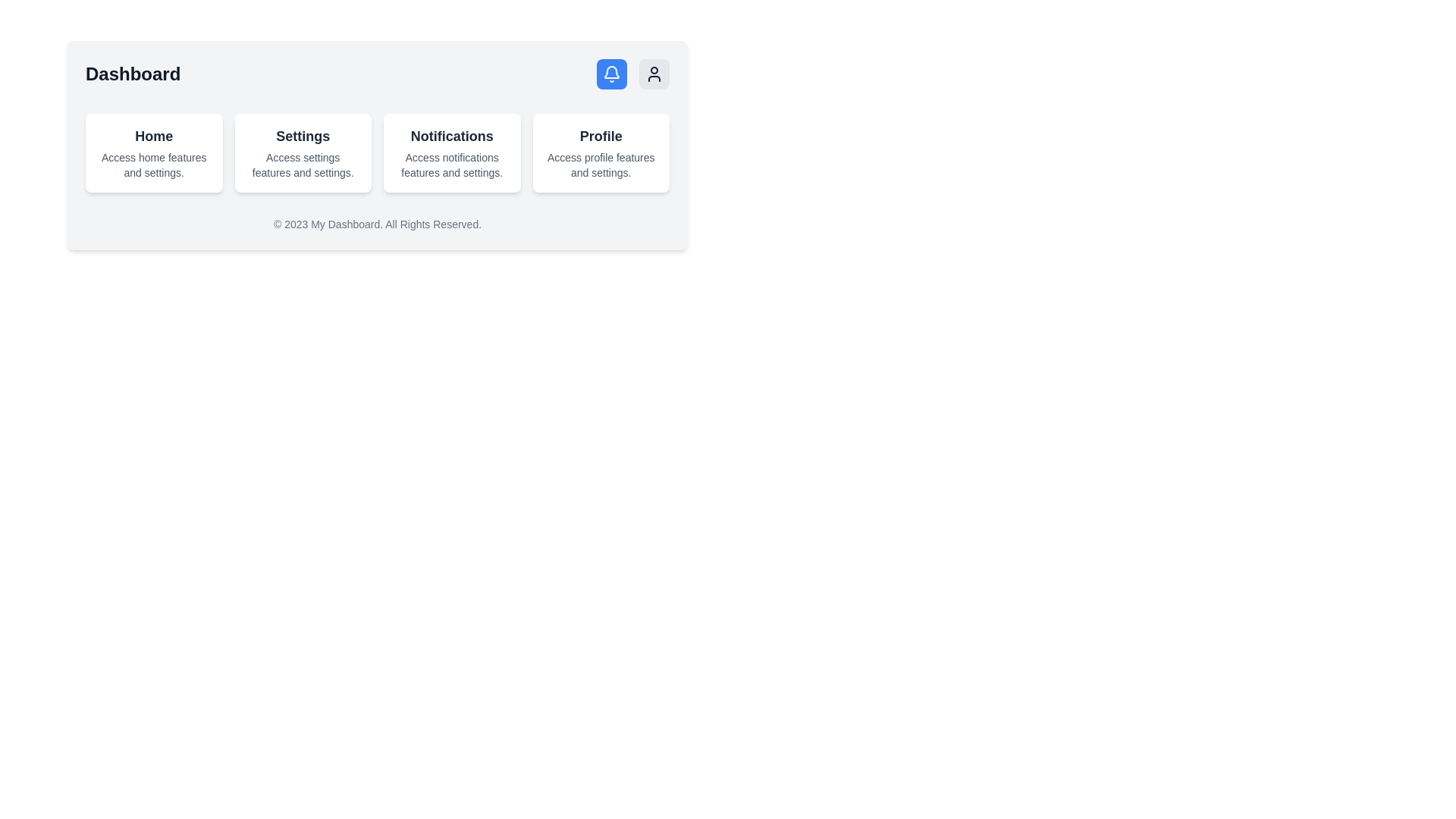 The width and height of the screenshot is (1456, 819). What do you see at coordinates (378, 224) in the screenshot?
I see `copyright notice text located in the footer of the dashboard, positioned below the main content and directly under the 'Home', 'Settings', 'Notifications', and 'Profile' cards` at bounding box center [378, 224].